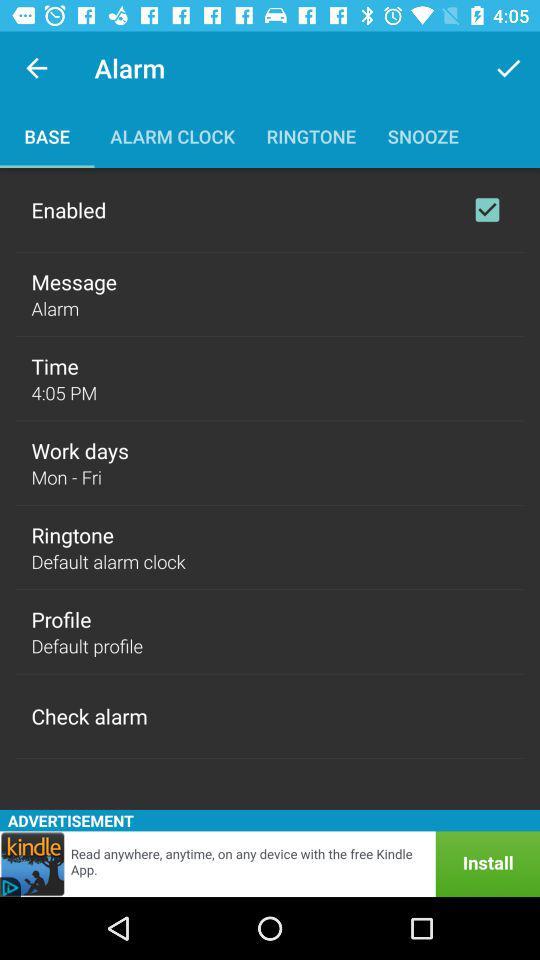 The height and width of the screenshot is (960, 540). I want to click on the item next to alarm item, so click(36, 68).